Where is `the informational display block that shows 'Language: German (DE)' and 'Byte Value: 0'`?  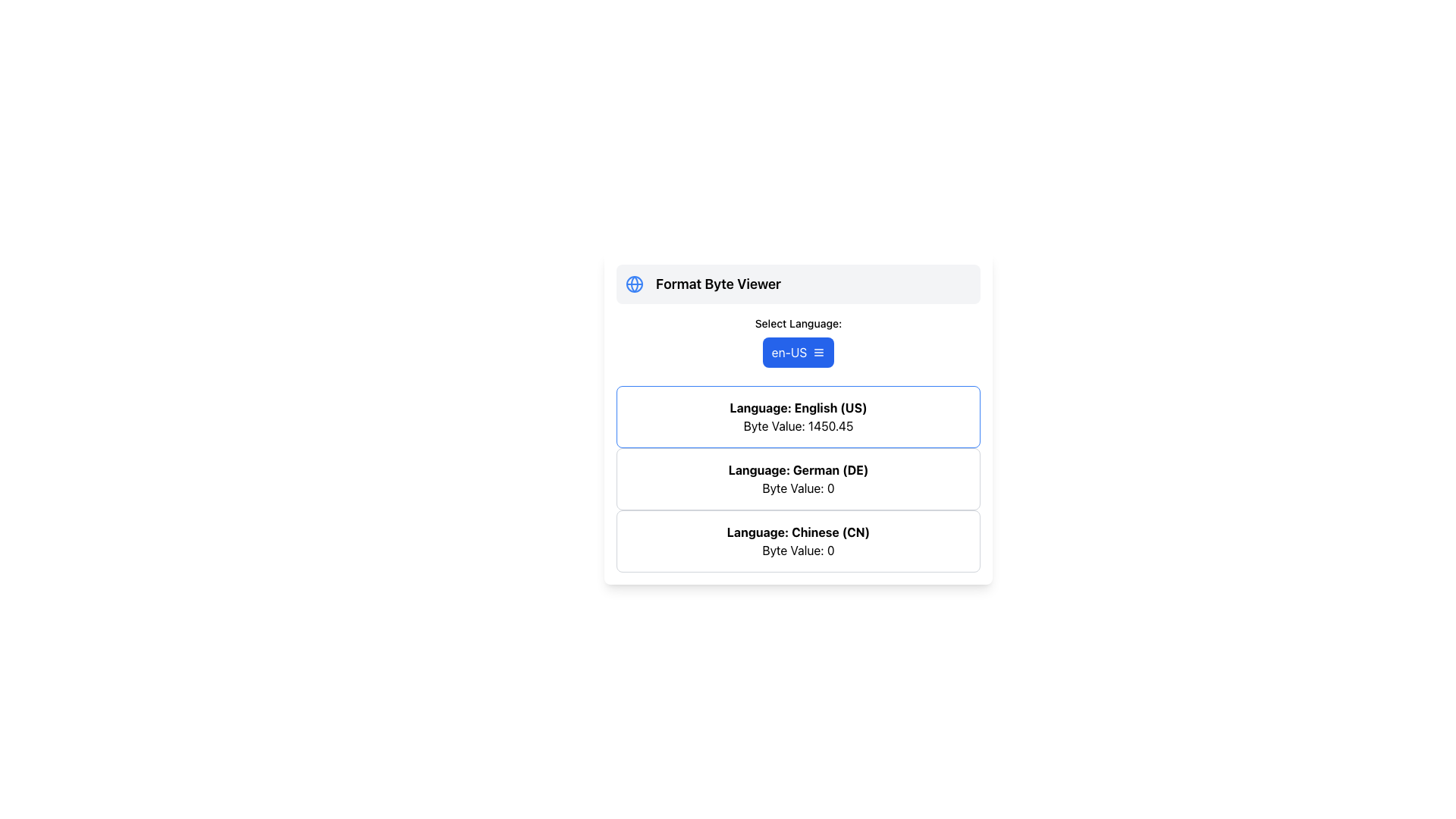 the informational display block that shows 'Language: German (DE)' and 'Byte Value: 0' is located at coordinates (797, 479).